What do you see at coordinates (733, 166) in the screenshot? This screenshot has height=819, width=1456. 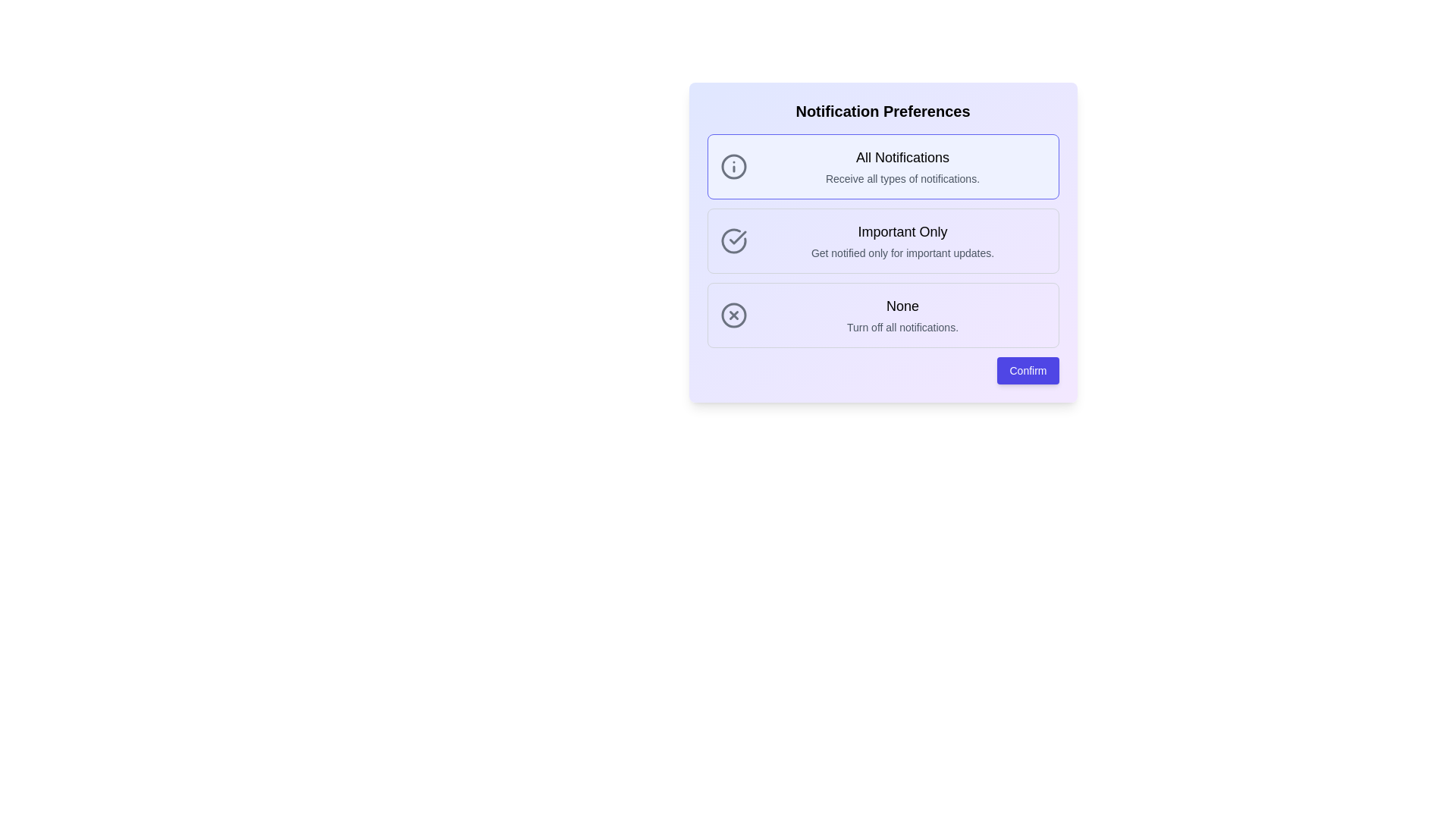 I see `the circular gray icon with an 'i' inside, located at the leftmost edge of the card titled 'All Notifications'` at bounding box center [733, 166].